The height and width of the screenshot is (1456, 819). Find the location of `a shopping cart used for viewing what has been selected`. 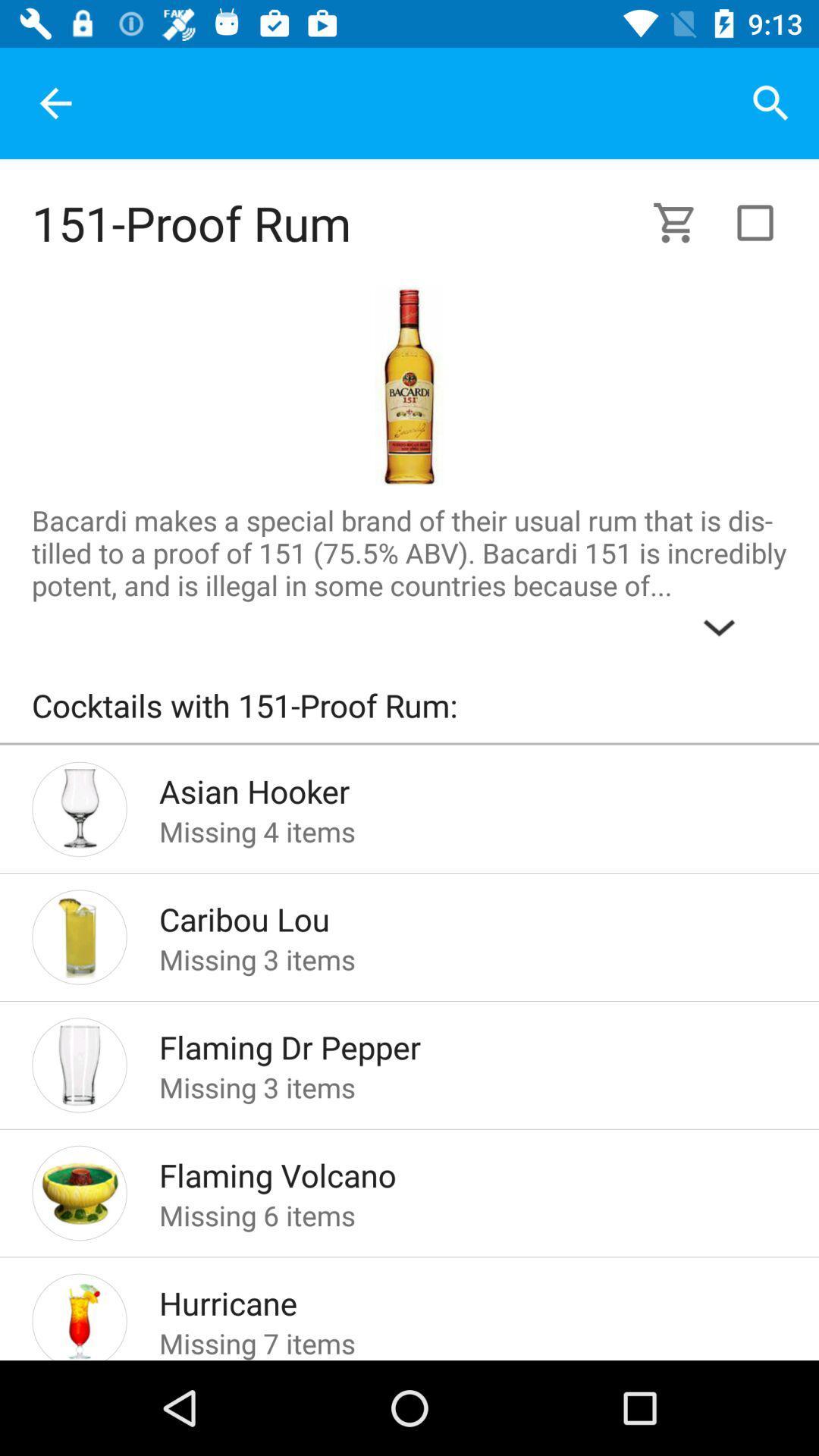

a shopping cart used for viewing what has been selected is located at coordinates (683, 221).